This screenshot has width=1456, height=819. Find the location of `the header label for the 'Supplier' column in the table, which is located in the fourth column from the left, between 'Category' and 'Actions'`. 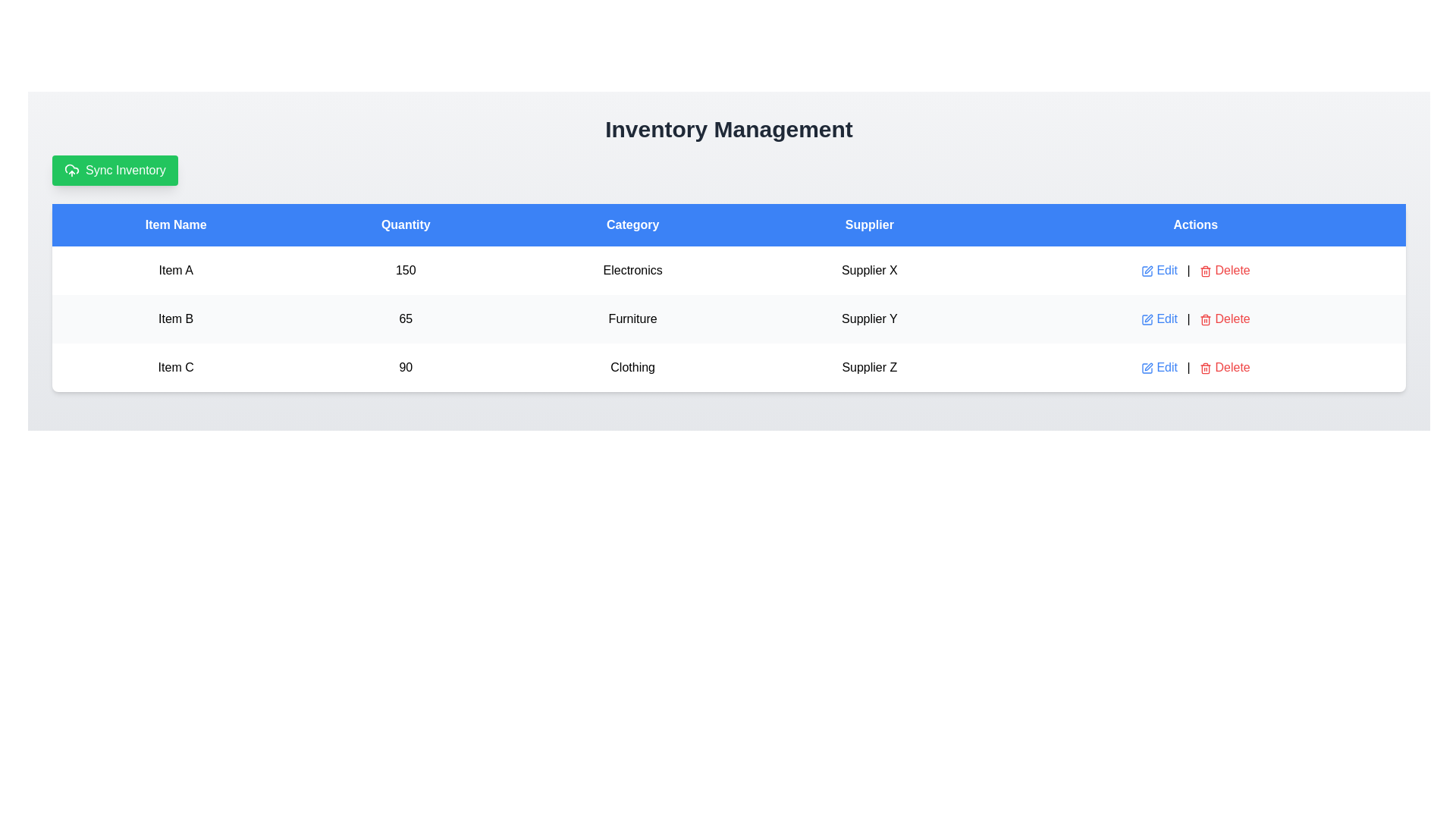

the header label for the 'Supplier' column in the table, which is located in the fourth column from the left, between 'Category' and 'Actions' is located at coordinates (869, 225).